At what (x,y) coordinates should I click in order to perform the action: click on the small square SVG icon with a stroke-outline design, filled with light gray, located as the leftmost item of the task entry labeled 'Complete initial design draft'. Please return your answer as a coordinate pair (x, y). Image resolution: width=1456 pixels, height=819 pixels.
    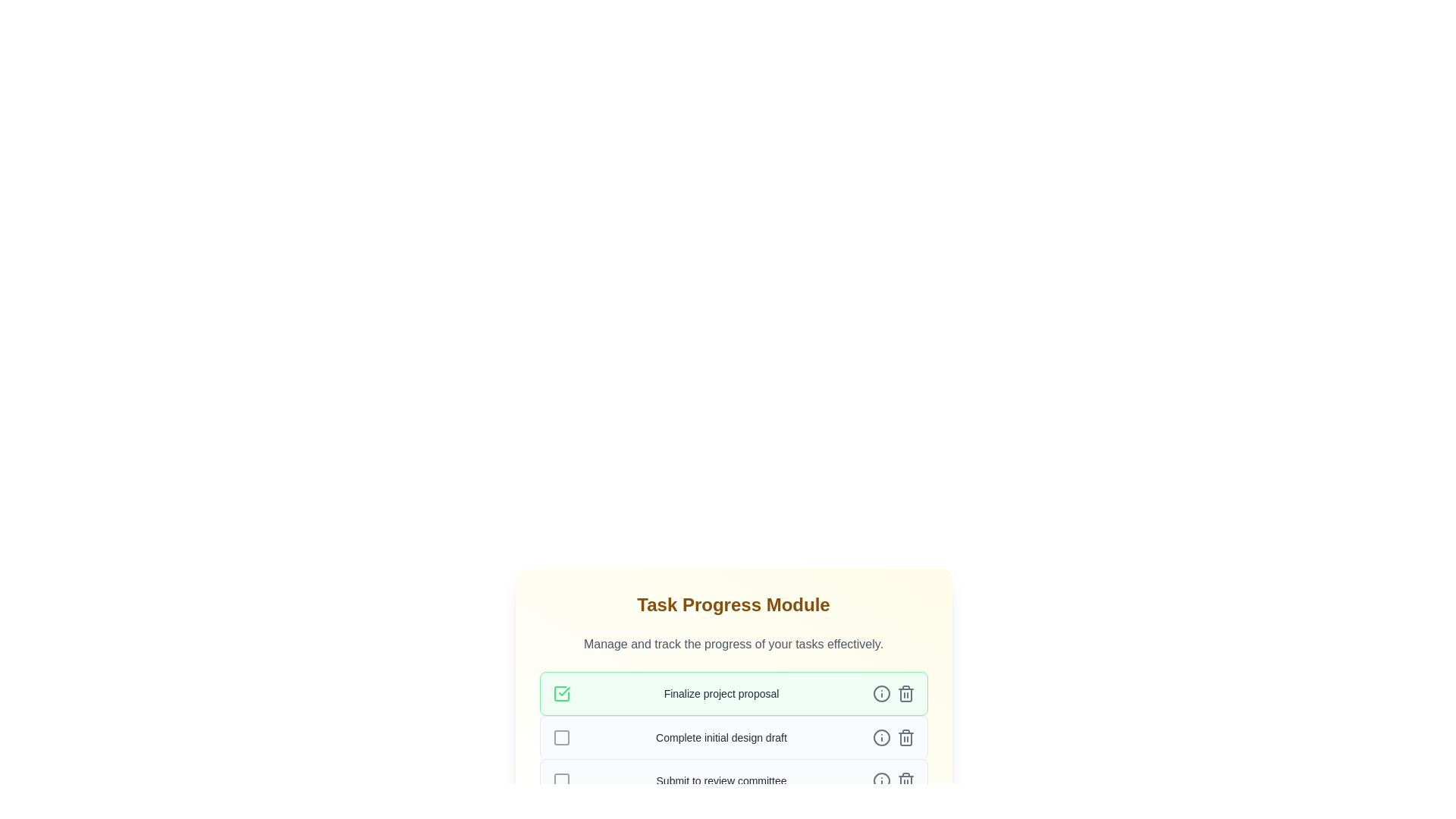
    Looking at the image, I should click on (560, 736).